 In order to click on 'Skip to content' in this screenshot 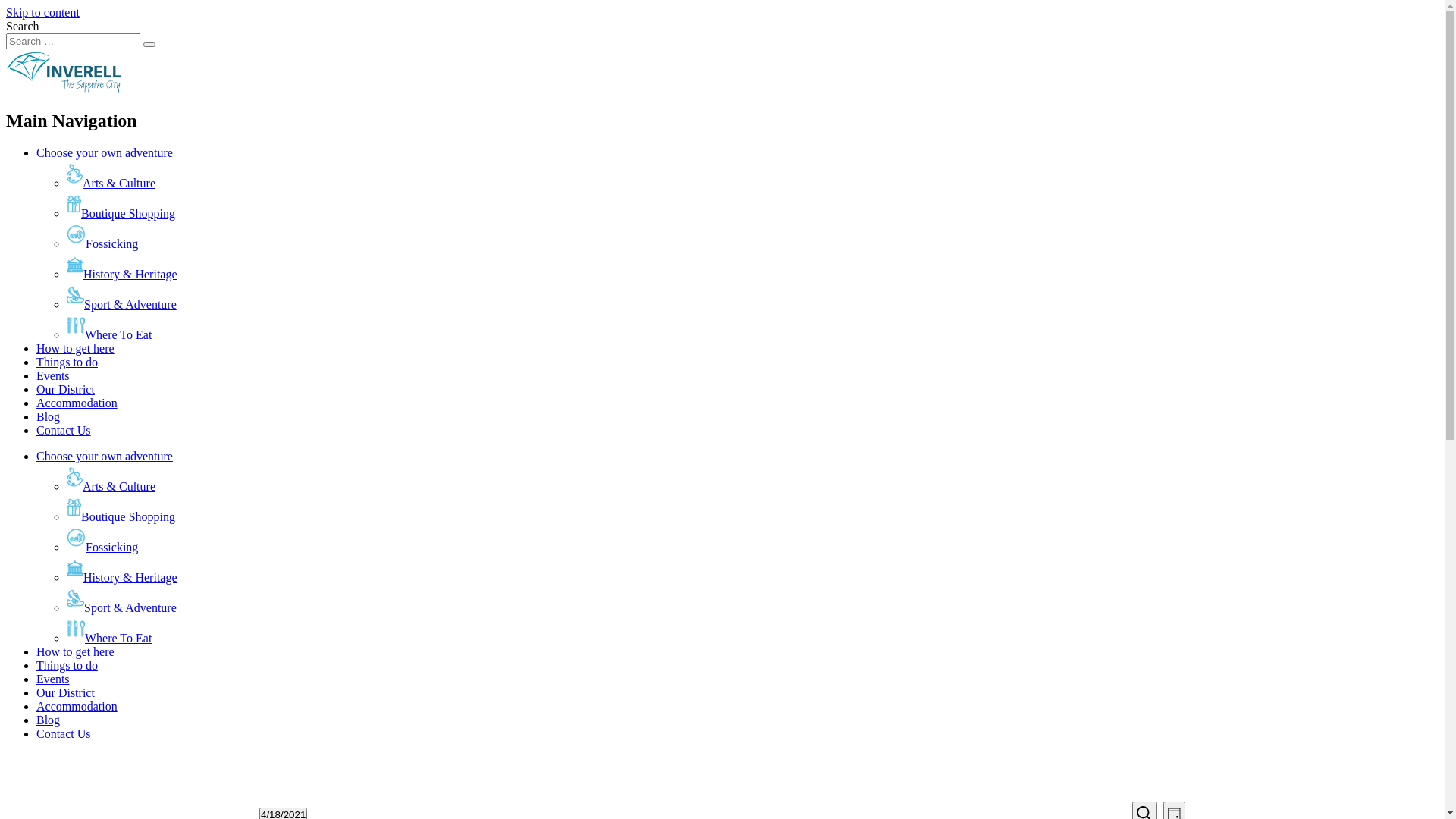, I will do `click(42, 12)`.